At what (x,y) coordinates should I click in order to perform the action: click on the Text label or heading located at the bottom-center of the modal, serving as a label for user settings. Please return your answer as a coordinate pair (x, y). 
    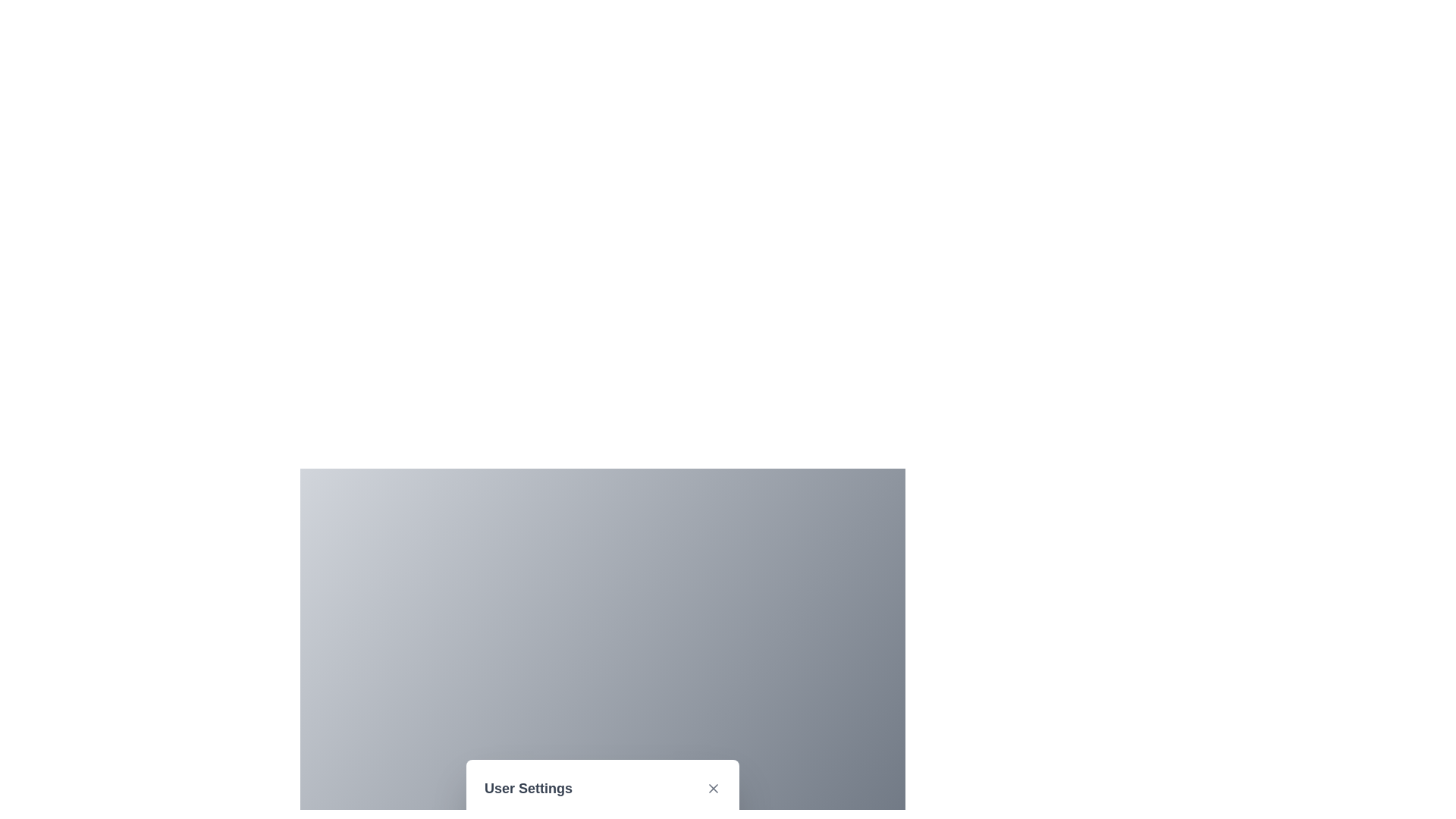
    Looking at the image, I should click on (528, 788).